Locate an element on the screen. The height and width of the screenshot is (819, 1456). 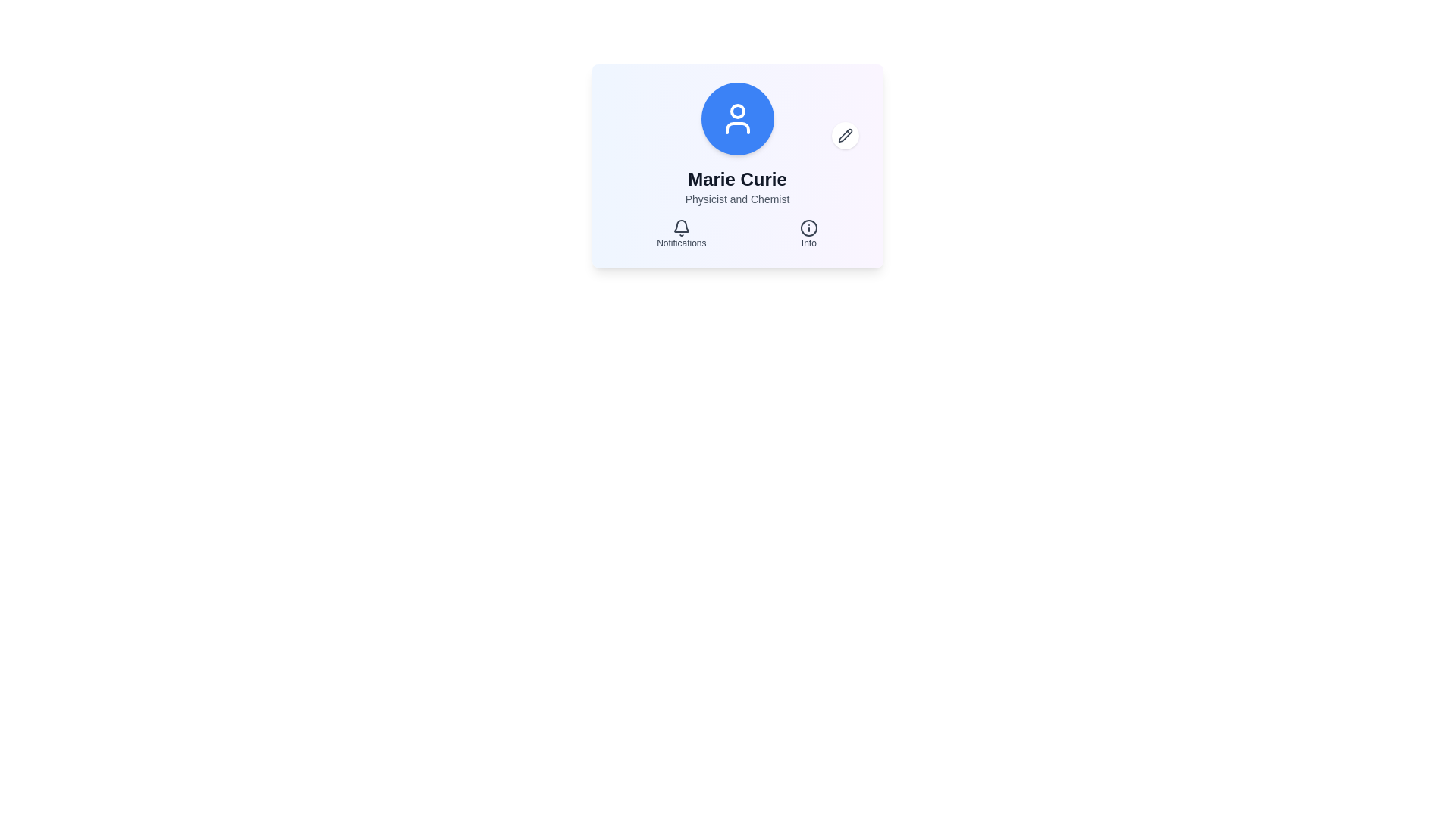
the button that is the second interactive component from the left, located to the right of the 'Notifications' element is located at coordinates (808, 234).